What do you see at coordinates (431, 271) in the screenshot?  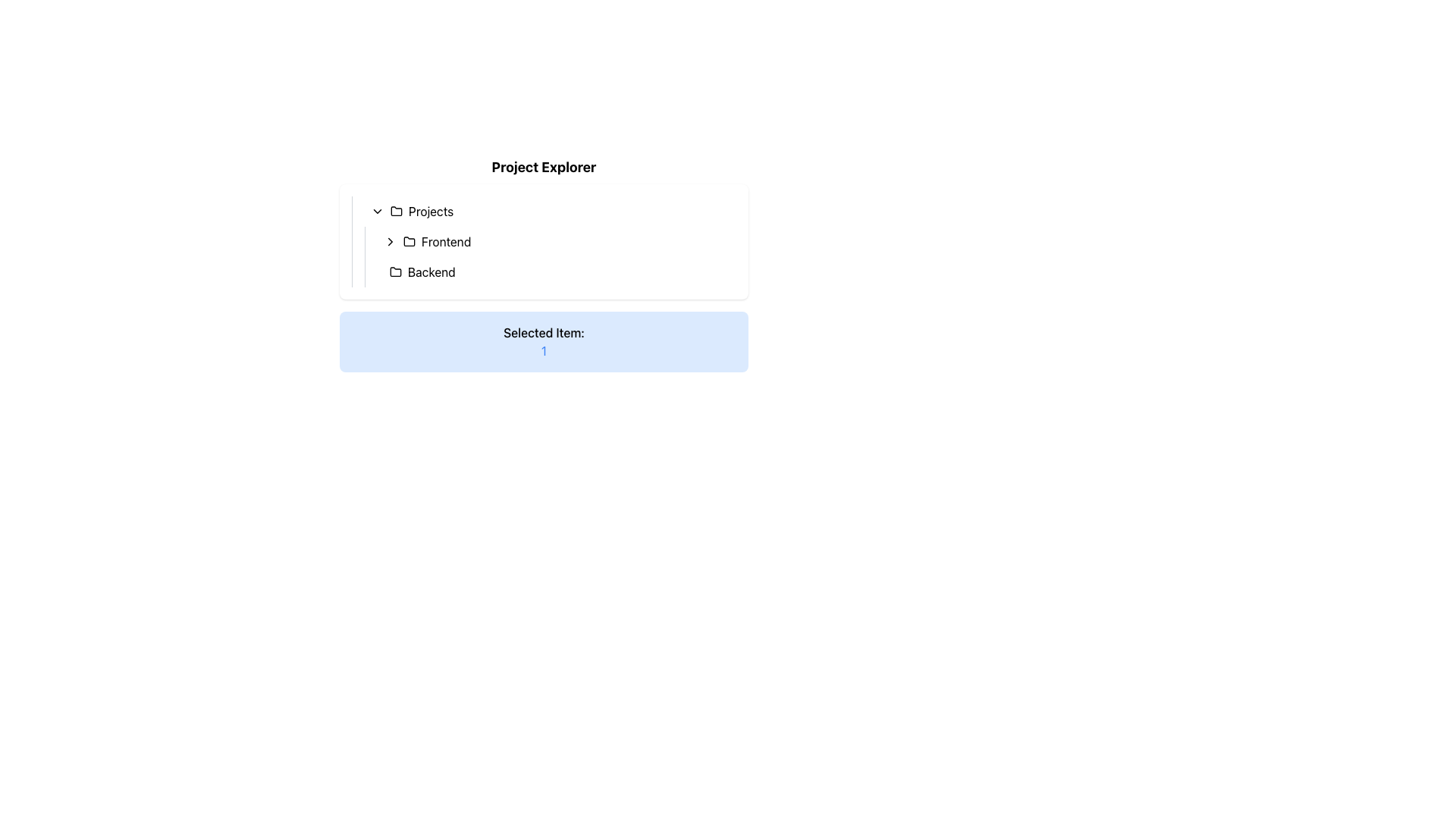 I see `the 'Backend' folder text label` at bounding box center [431, 271].